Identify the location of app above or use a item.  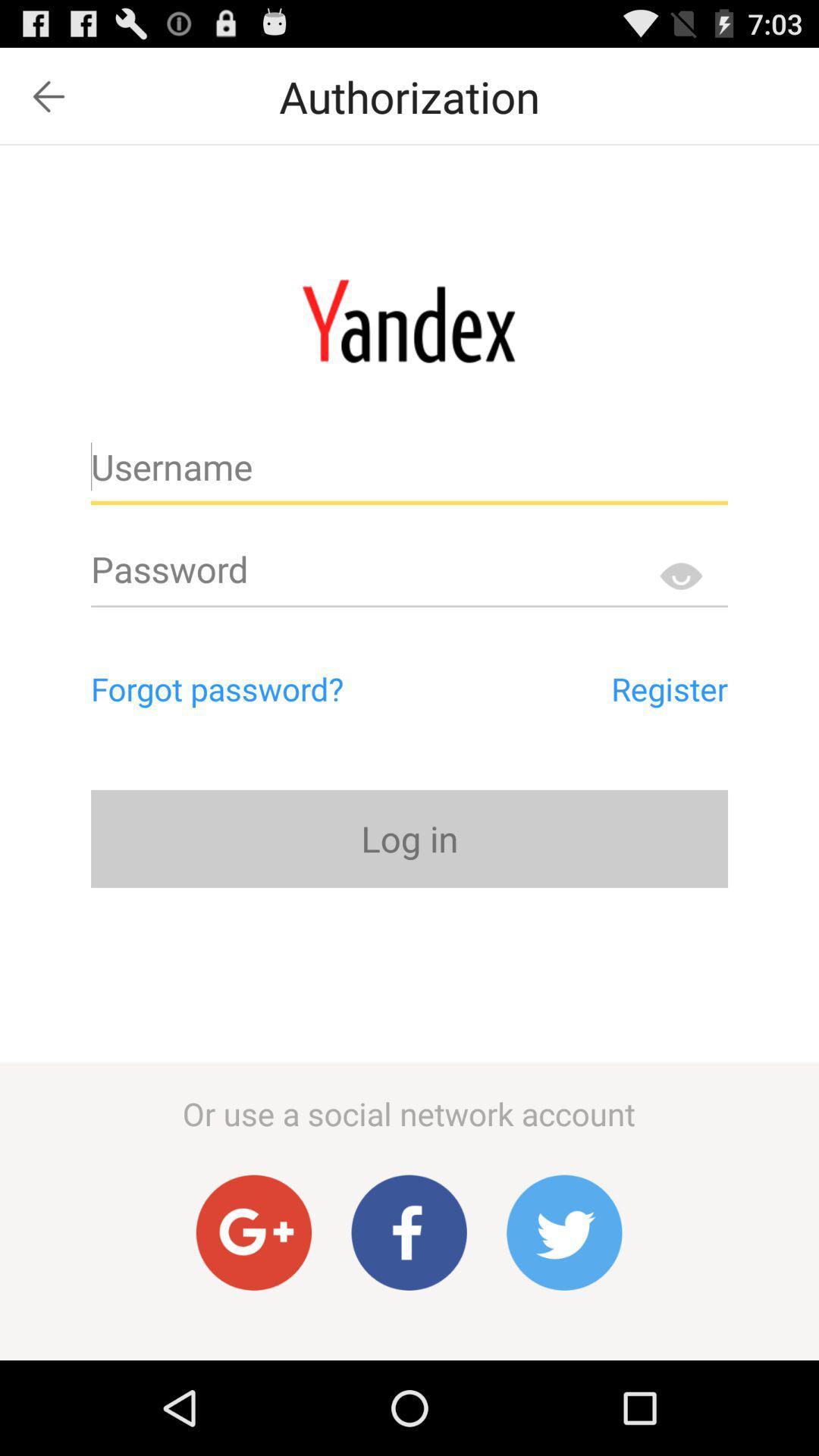
(409, 838).